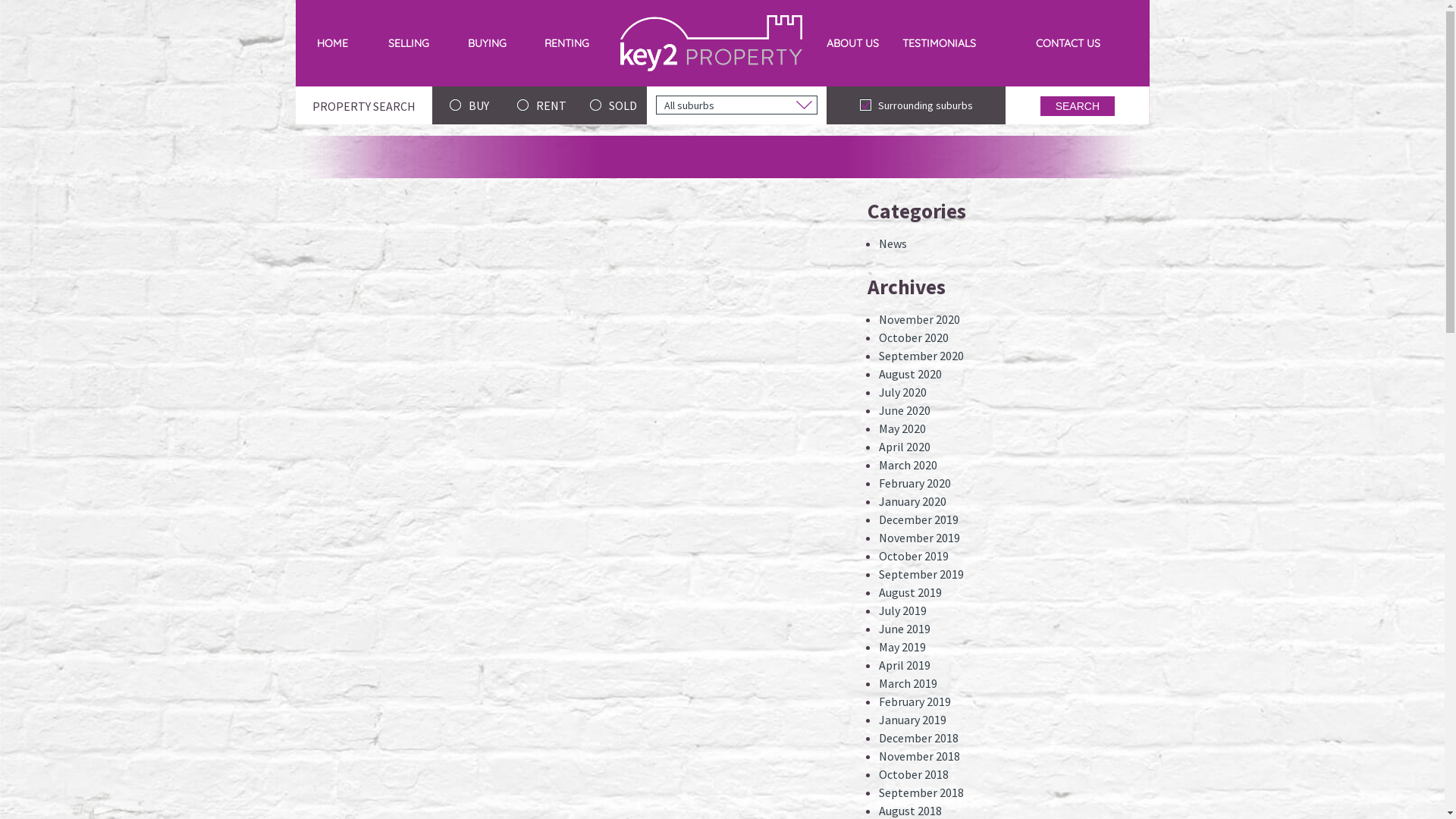  What do you see at coordinates (566, 42) in the screenshot?
I see `'RENTING'` at bounding box center [566, 42].